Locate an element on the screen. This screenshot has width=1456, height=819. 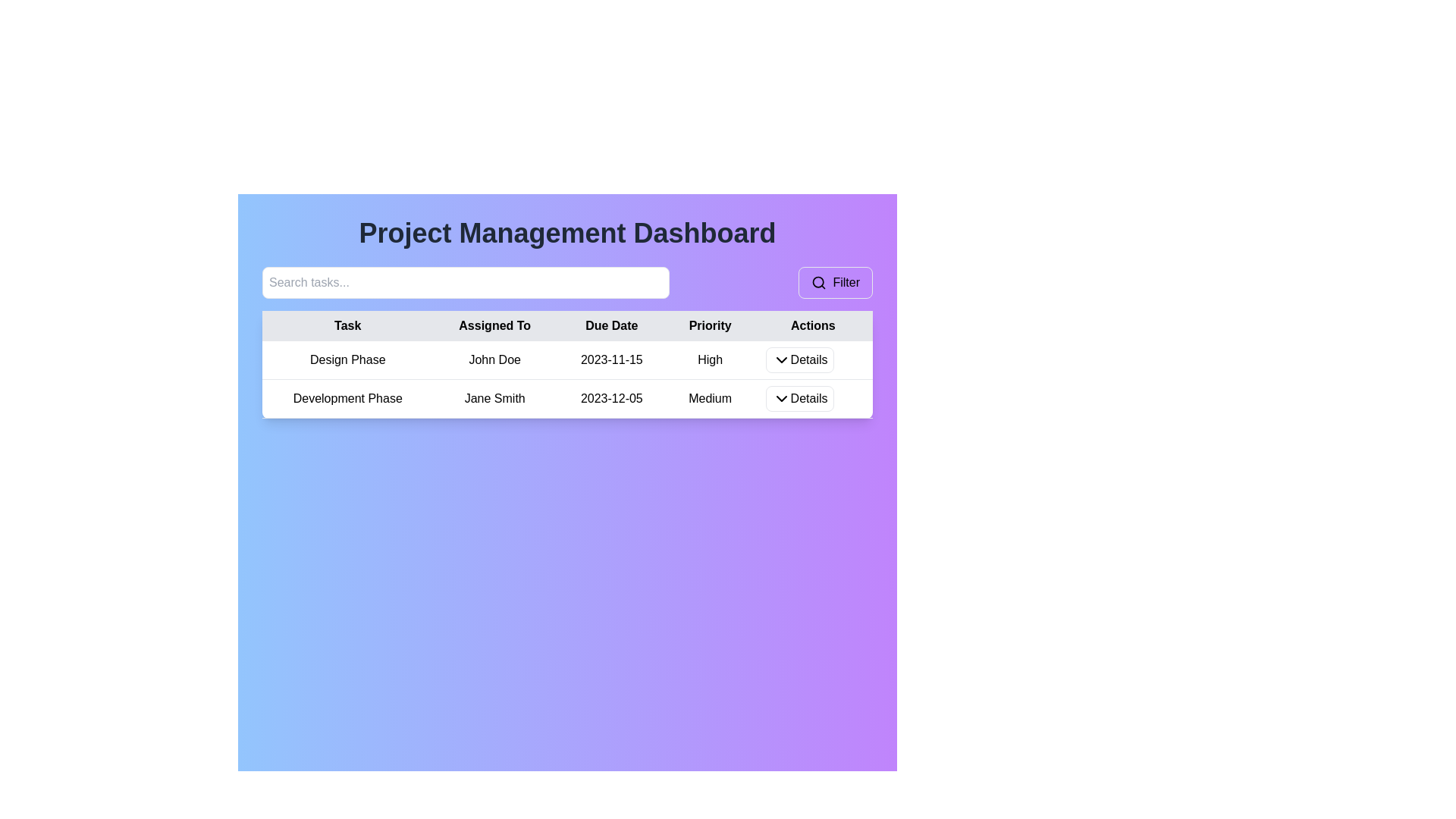
the downward-pointing chevron icon located to the left of the 'Details' label in the first row of the 'Actions' column is located at coordinates (781, 359).